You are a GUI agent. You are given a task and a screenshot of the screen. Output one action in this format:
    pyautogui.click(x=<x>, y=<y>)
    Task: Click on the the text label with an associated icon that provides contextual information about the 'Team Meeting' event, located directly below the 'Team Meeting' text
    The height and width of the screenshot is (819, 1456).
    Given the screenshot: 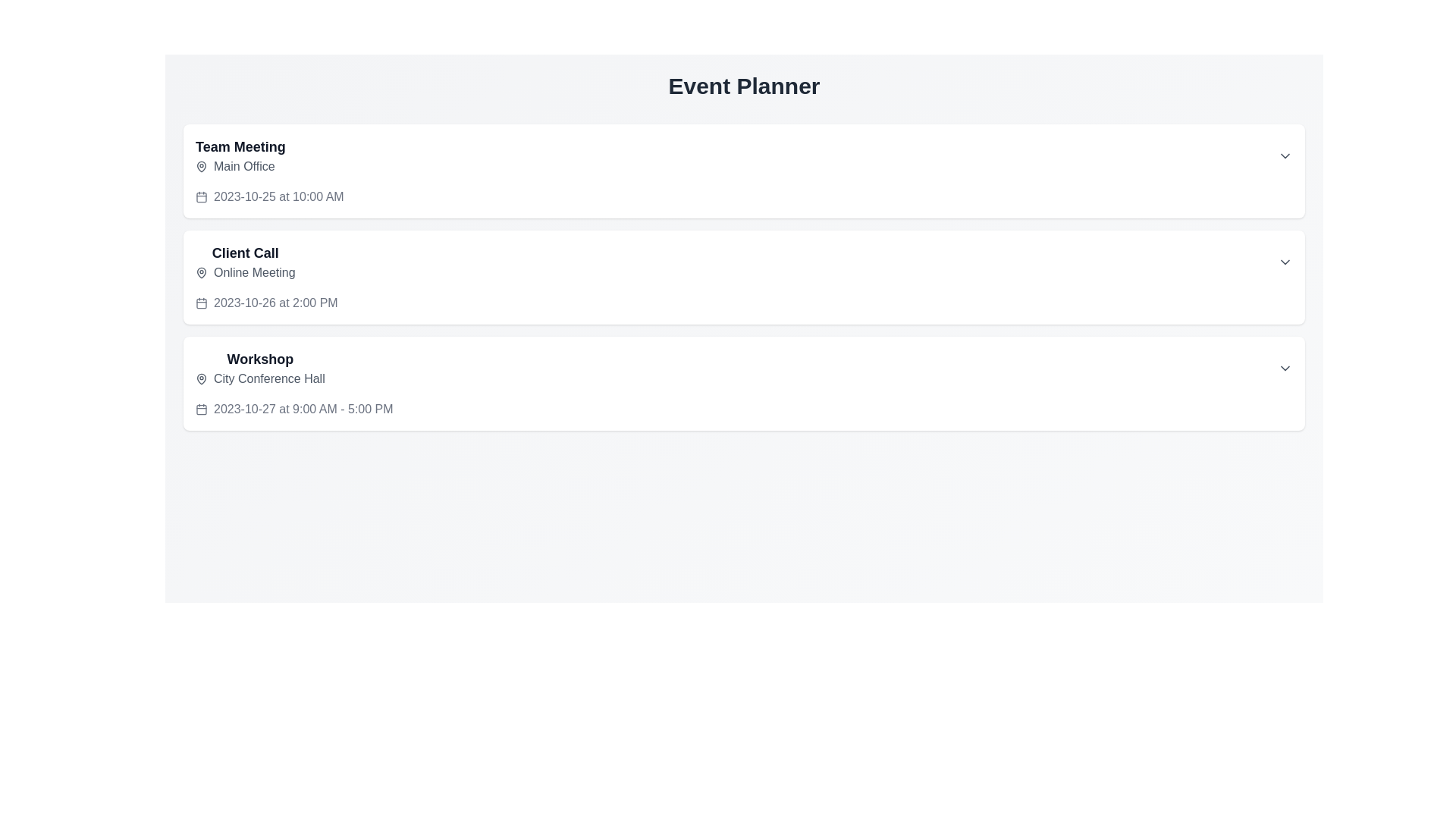 What is the action you would take?
    pyautogui.click(x=240, y=166)
    